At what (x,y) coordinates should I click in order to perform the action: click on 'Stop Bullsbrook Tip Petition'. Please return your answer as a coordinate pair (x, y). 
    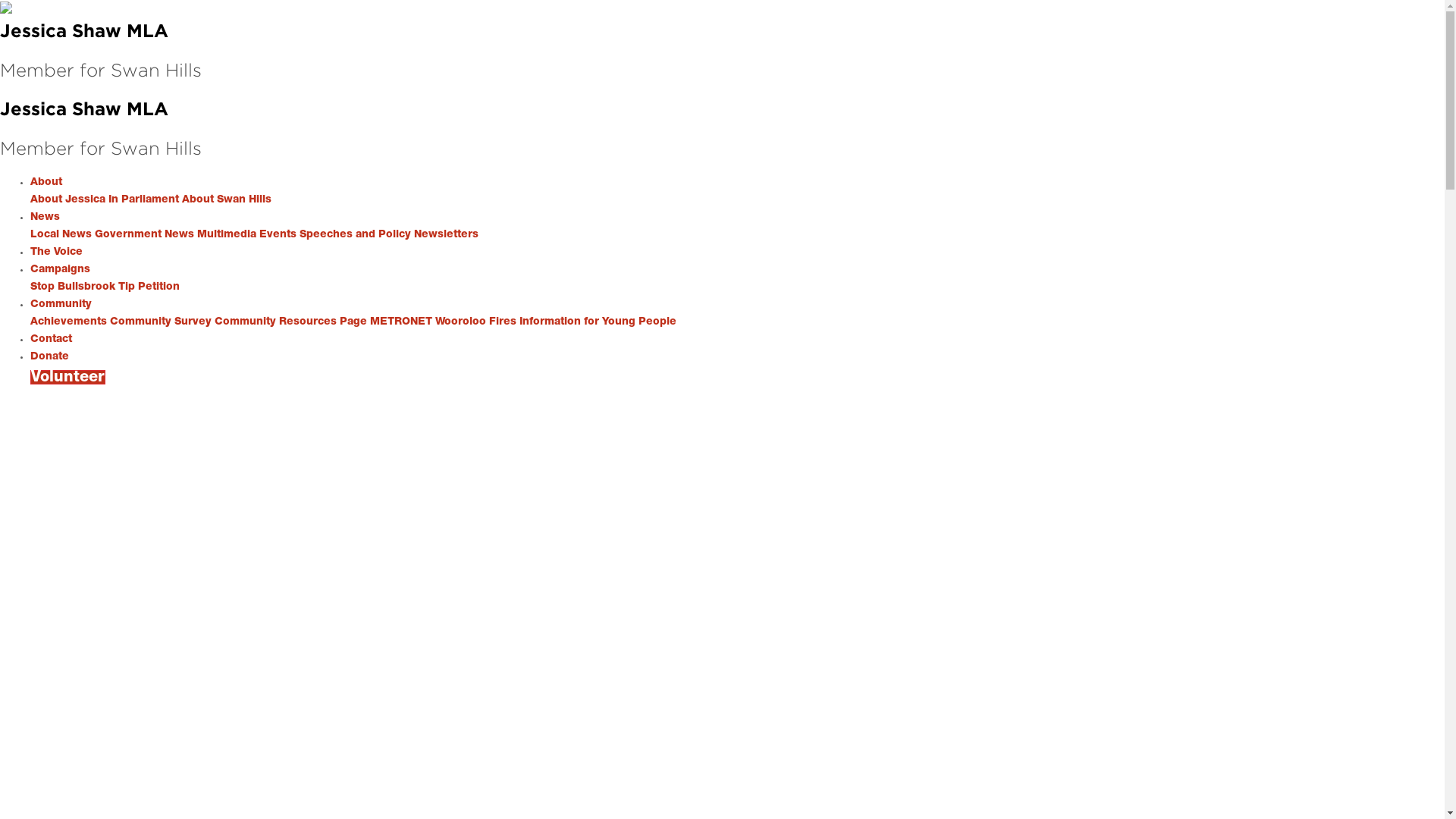
    Looking at the image, I should click on (104, 287).